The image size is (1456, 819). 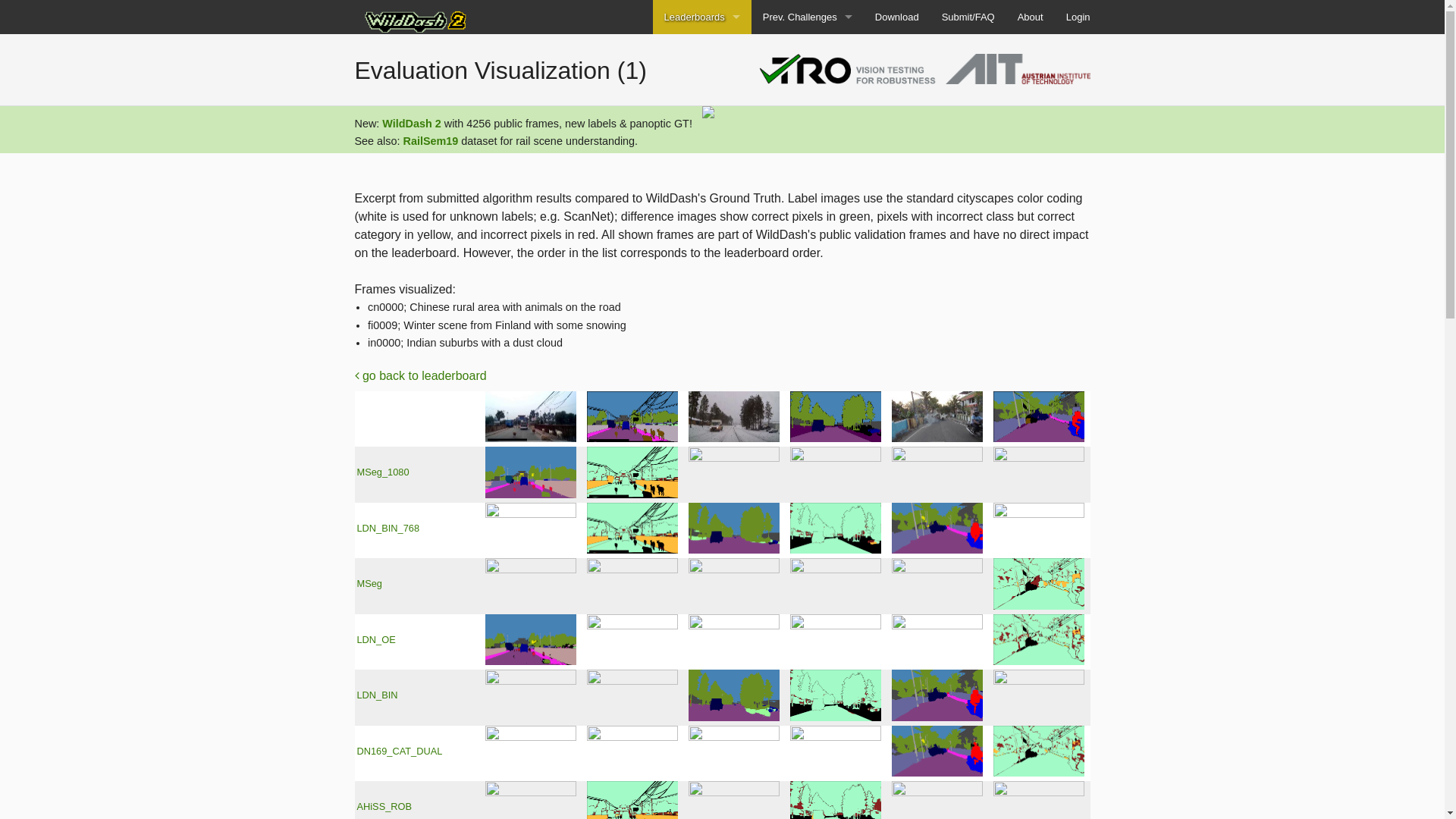 I want to click on 'WD2 Panoptic', so click(x=701, y=50).